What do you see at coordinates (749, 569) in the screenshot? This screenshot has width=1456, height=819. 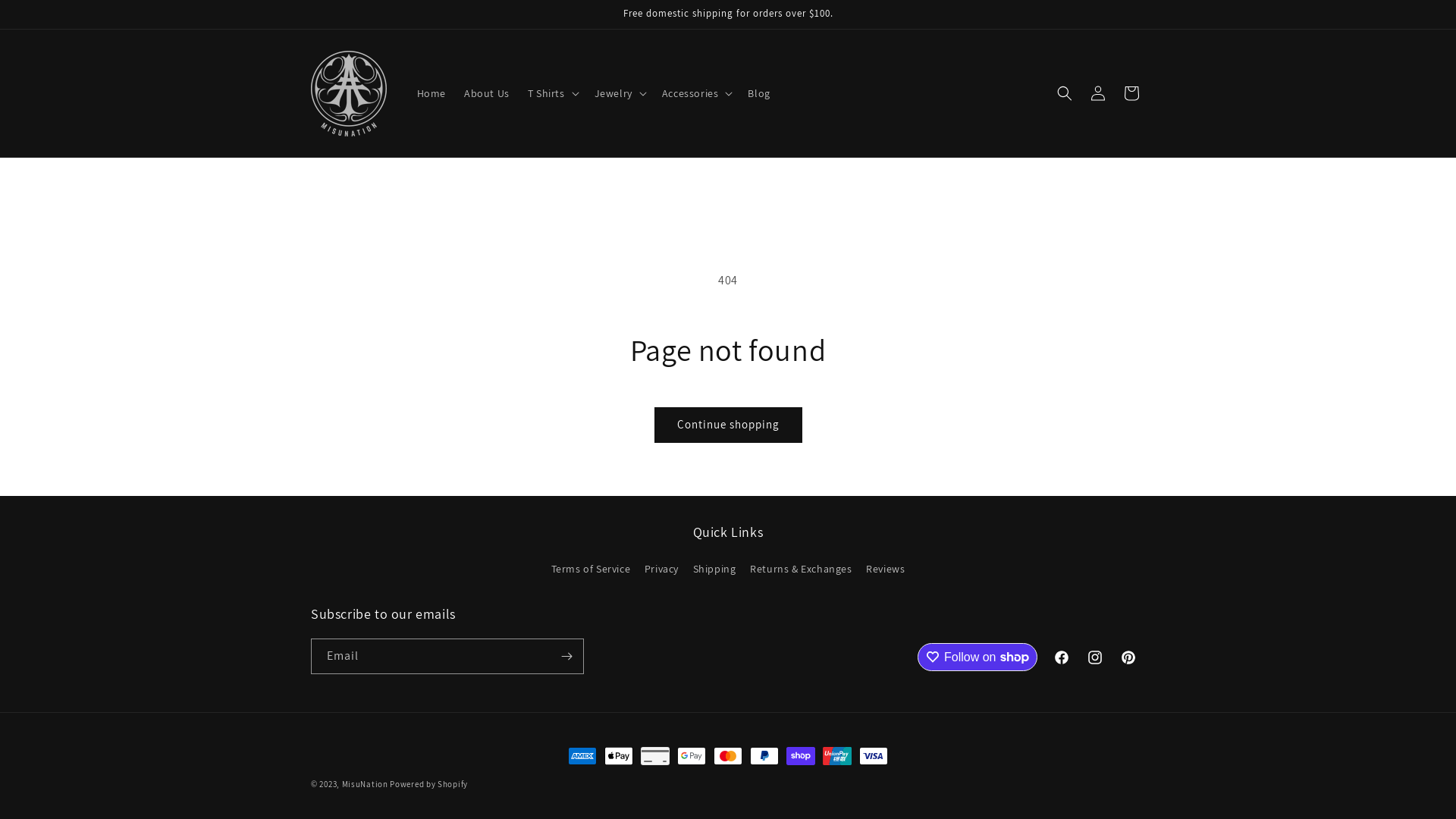 I see `'Returns & Exchanges'` at bounding box center [749, 569].